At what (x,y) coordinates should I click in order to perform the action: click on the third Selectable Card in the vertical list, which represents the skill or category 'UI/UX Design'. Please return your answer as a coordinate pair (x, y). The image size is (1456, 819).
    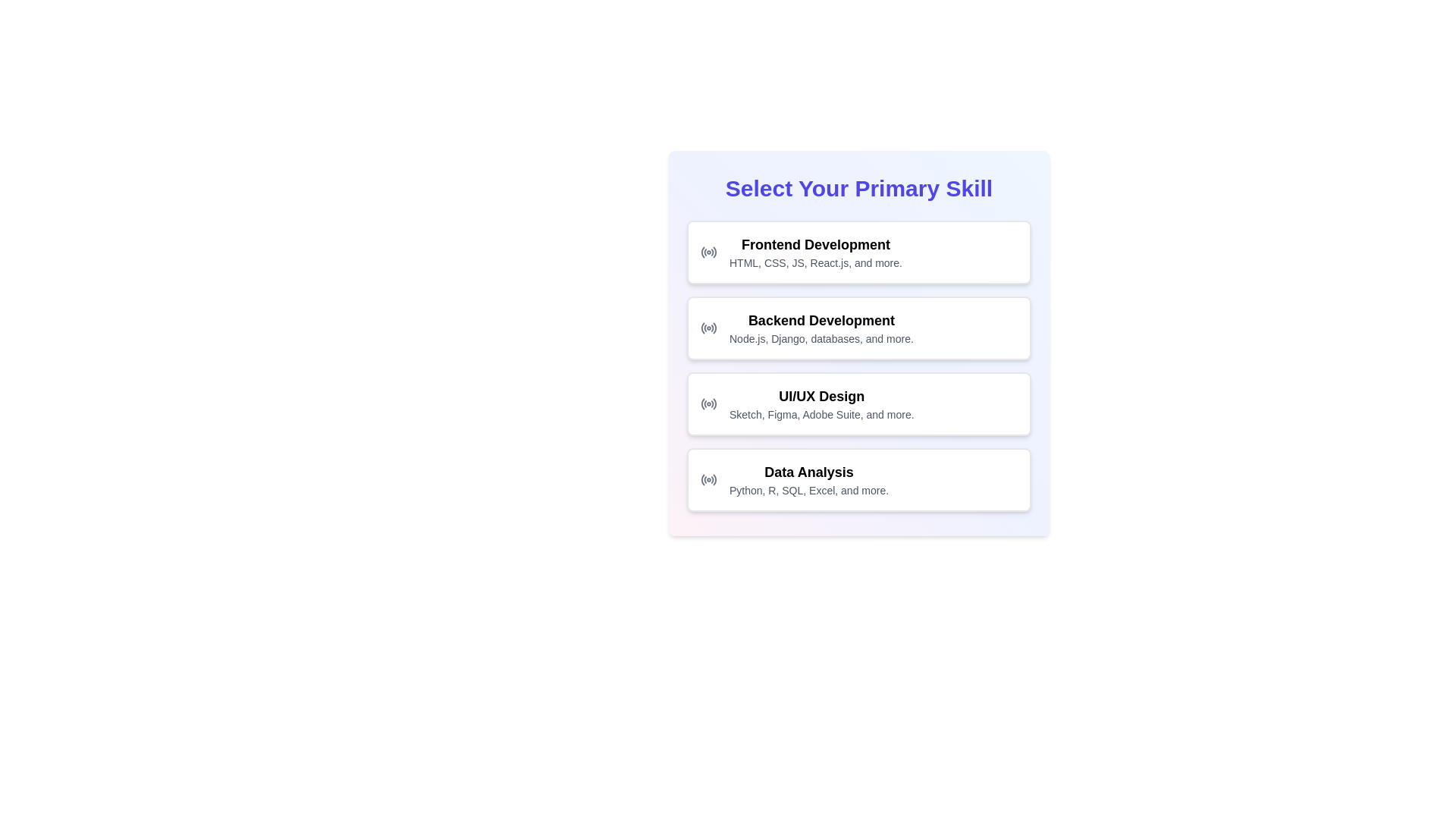
    Looking at the image, I should click on (858, 403).